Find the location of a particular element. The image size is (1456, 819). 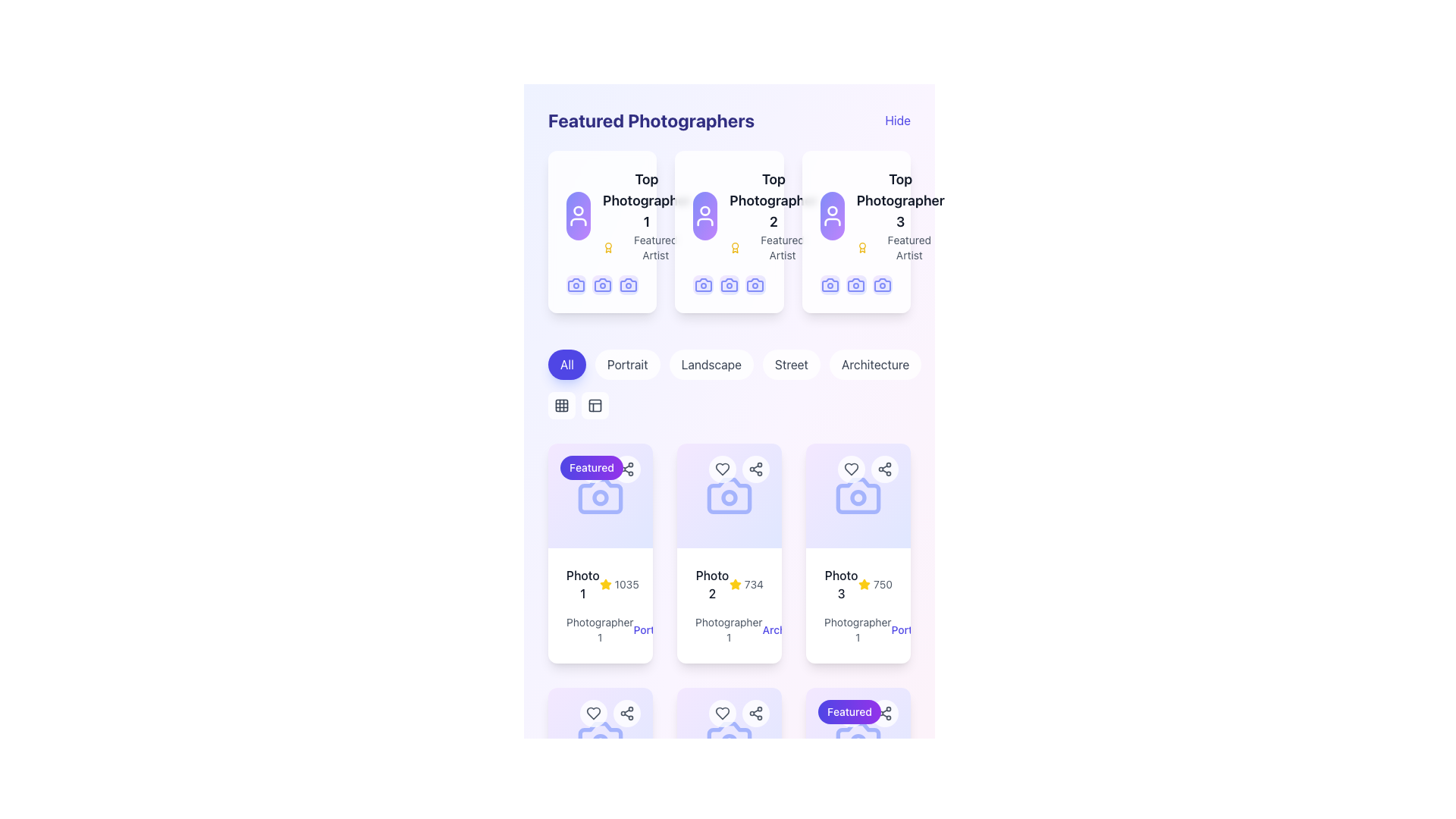

the award medallion icon located to the left of the 'Featured Artist' text in the 'Top Photographer 2' card within the 'Featured Photographers' section is located at coordinates (735, 247).